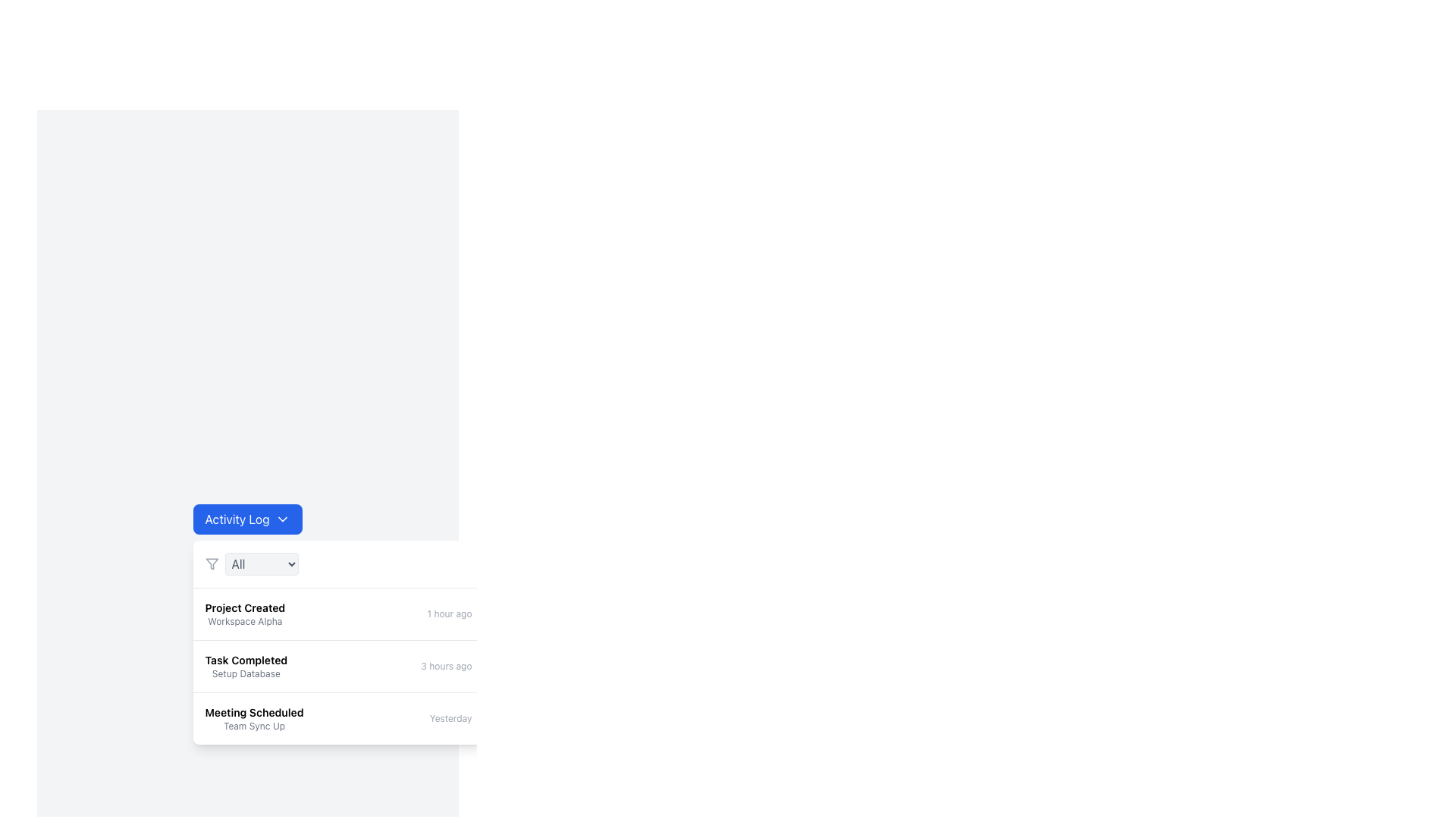 This screenshot has height=819, width=1456. What do you see at coordinates (254, 713) in the screenshot?
I see `the title text label in the activity log that summarizes the nature of the logged activity` at bounding box center [254, 713].